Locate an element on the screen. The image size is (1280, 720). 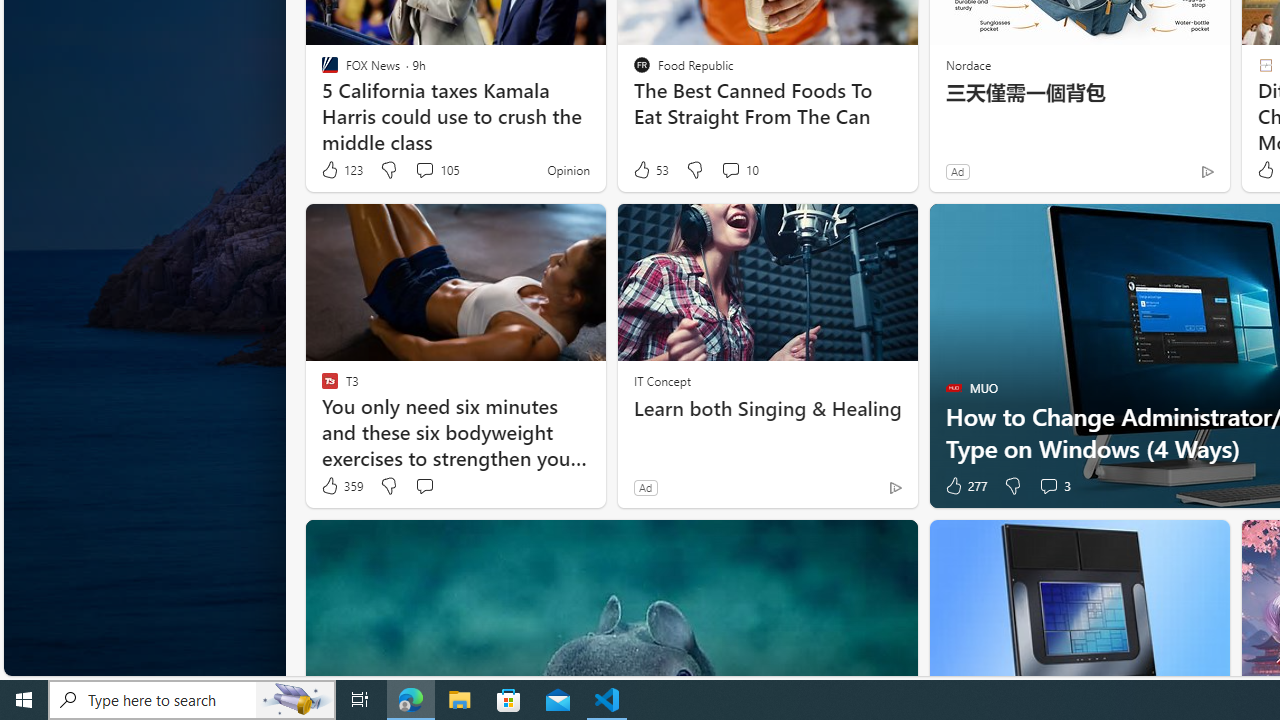
'IT Concept' is located at coordinates (662, 380).